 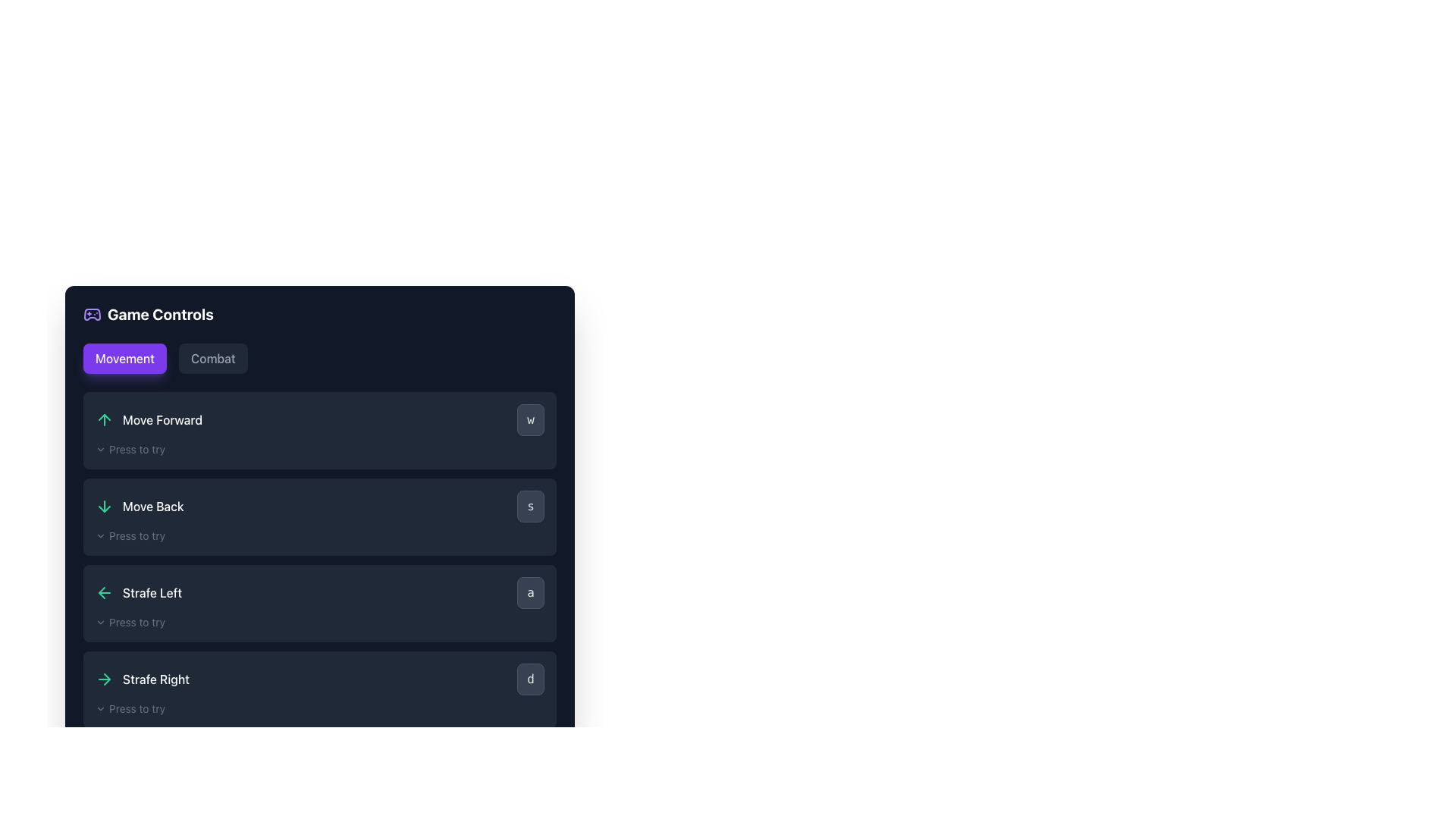 What do you see at coordinates (319, 516) in the screenshot?
I see `the informational panel labeled 'Move Back' which is the second element in a vertical list, providing information about the action and associated key` at bounding box center [319, 516].